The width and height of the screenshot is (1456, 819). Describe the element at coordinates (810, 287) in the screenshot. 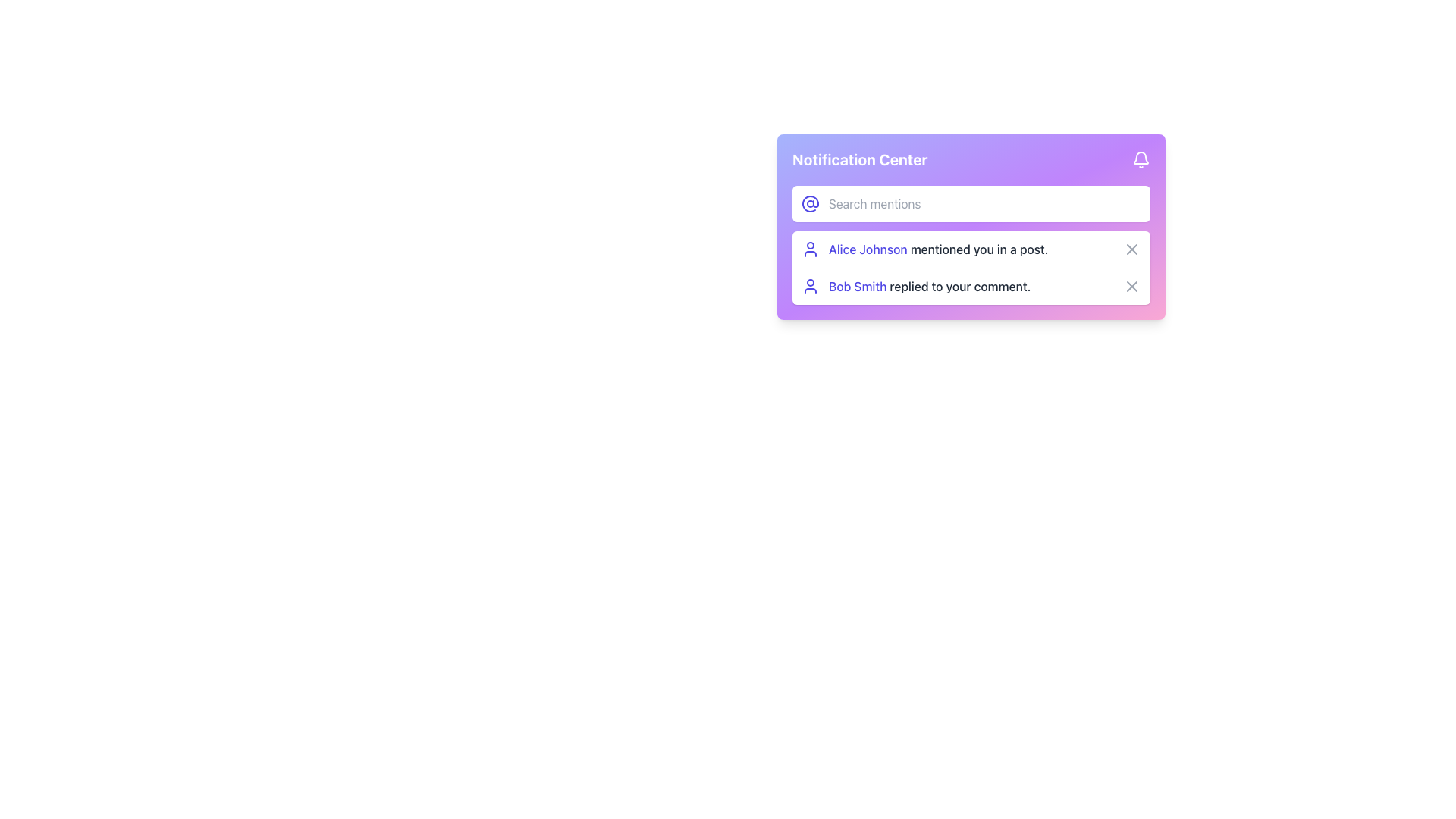

I see `the circular user icon filled with blue-indigo color, located to the left of the text 'Bob Smith replied to your comment.' in the second notification entry` at that location.